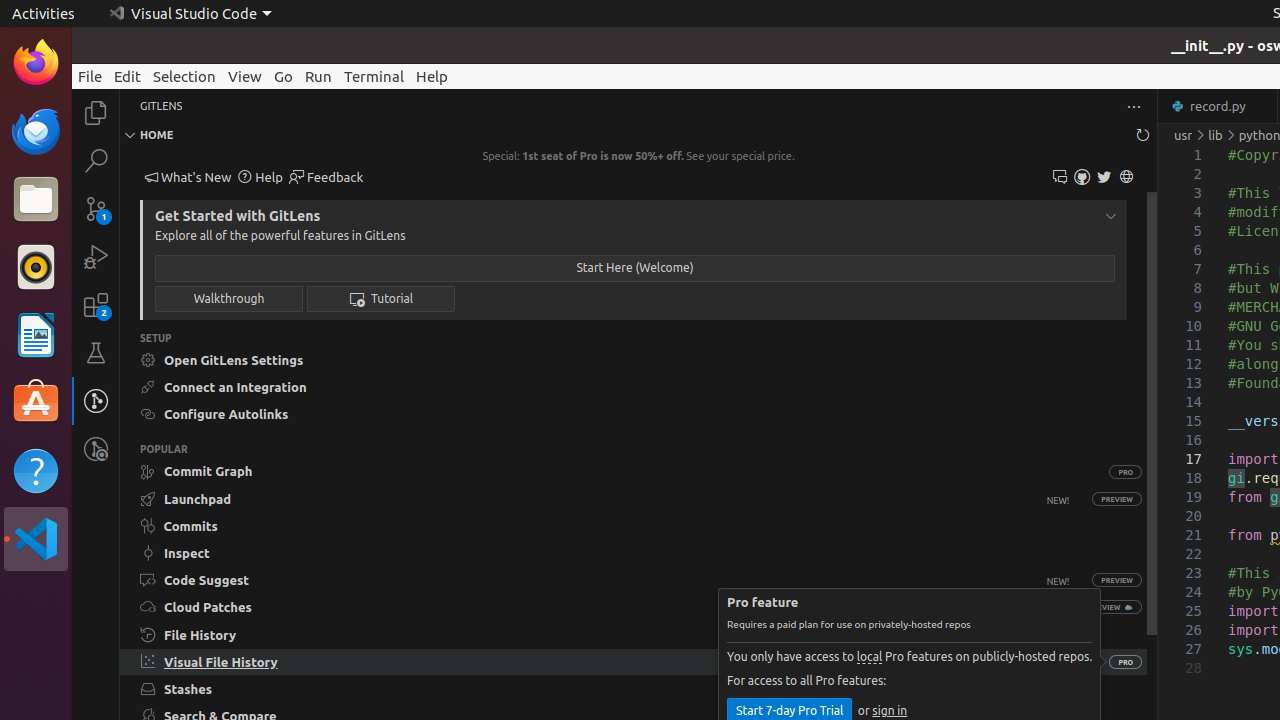 This screenshot has height=720, width=1280. What do you see at coordinates (381, 298) in the screenshot?
I see `' Tutorial'` at bounding box center [381, 298].